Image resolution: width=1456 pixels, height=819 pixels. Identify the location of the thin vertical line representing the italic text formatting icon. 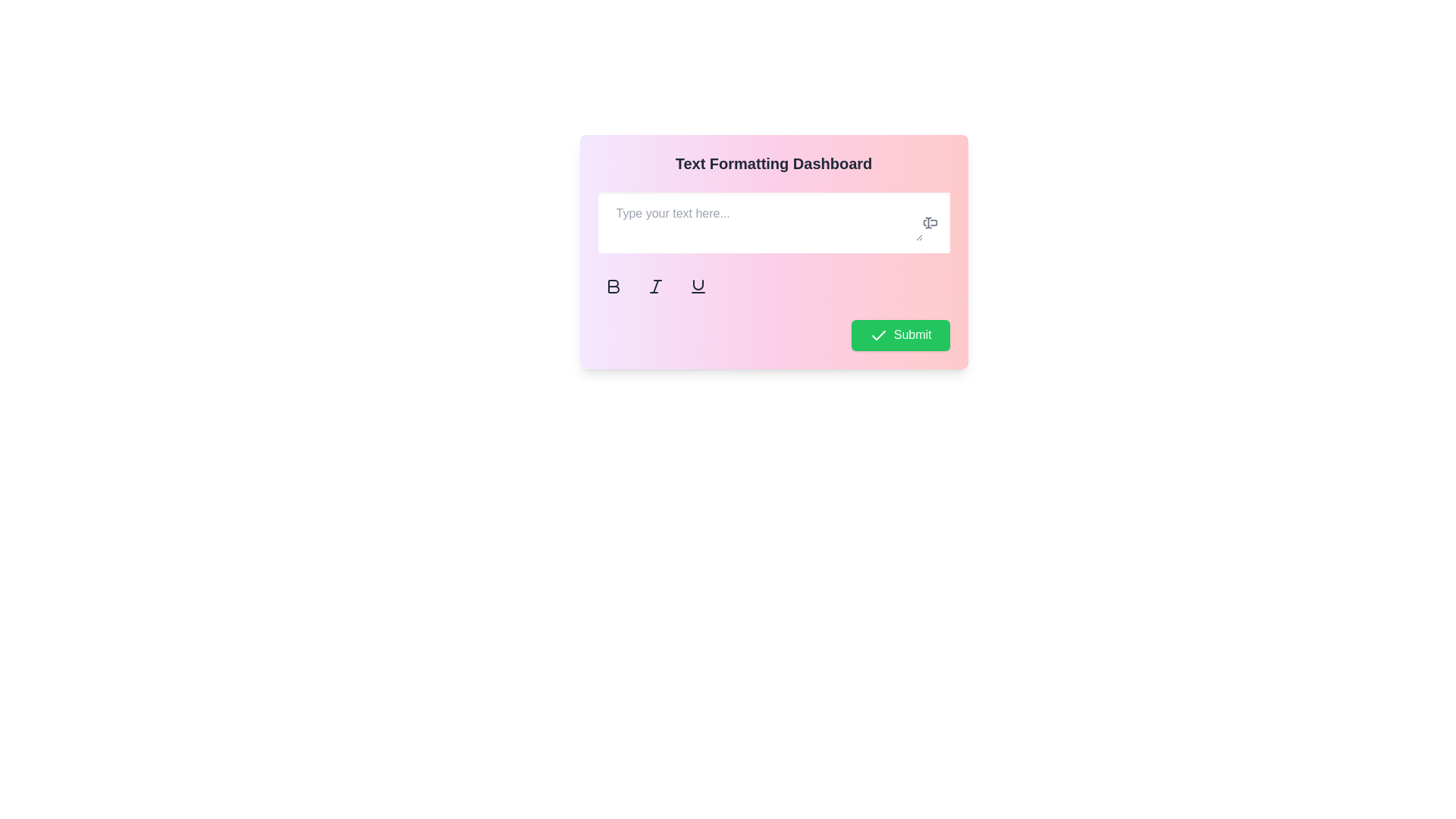
(655, 287).